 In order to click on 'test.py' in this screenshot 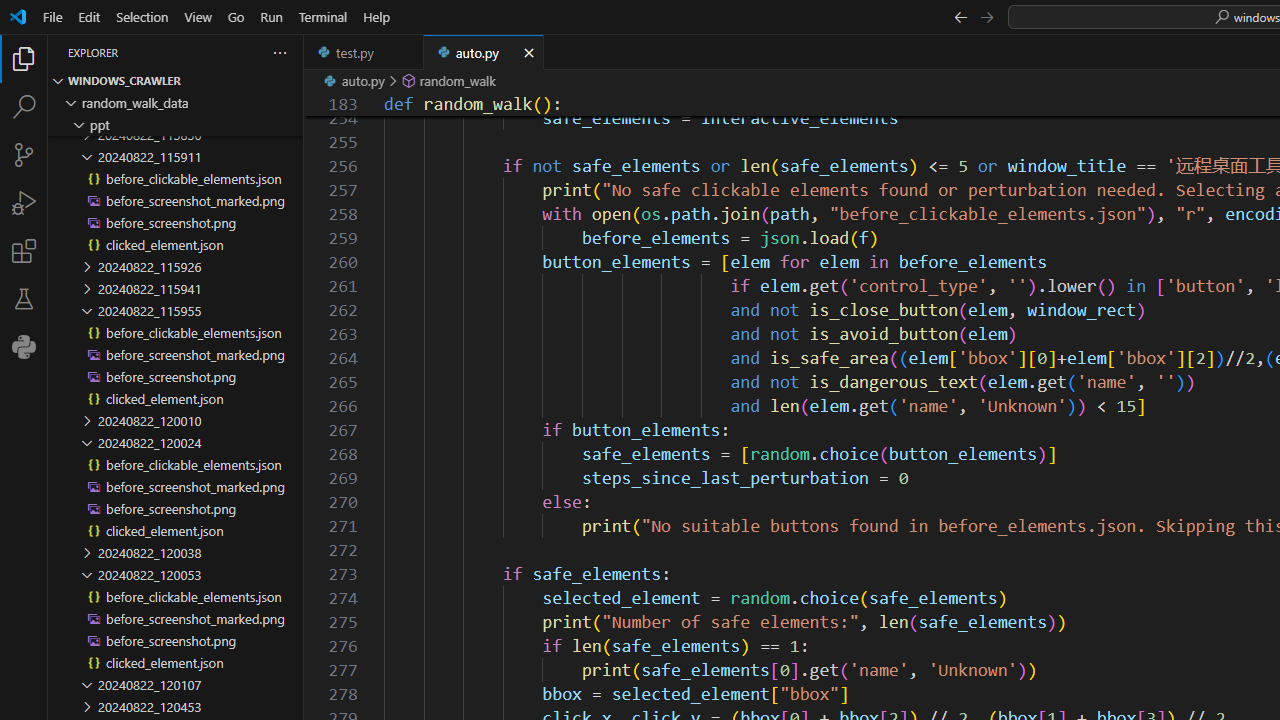, I will do `click(364, 51)`.